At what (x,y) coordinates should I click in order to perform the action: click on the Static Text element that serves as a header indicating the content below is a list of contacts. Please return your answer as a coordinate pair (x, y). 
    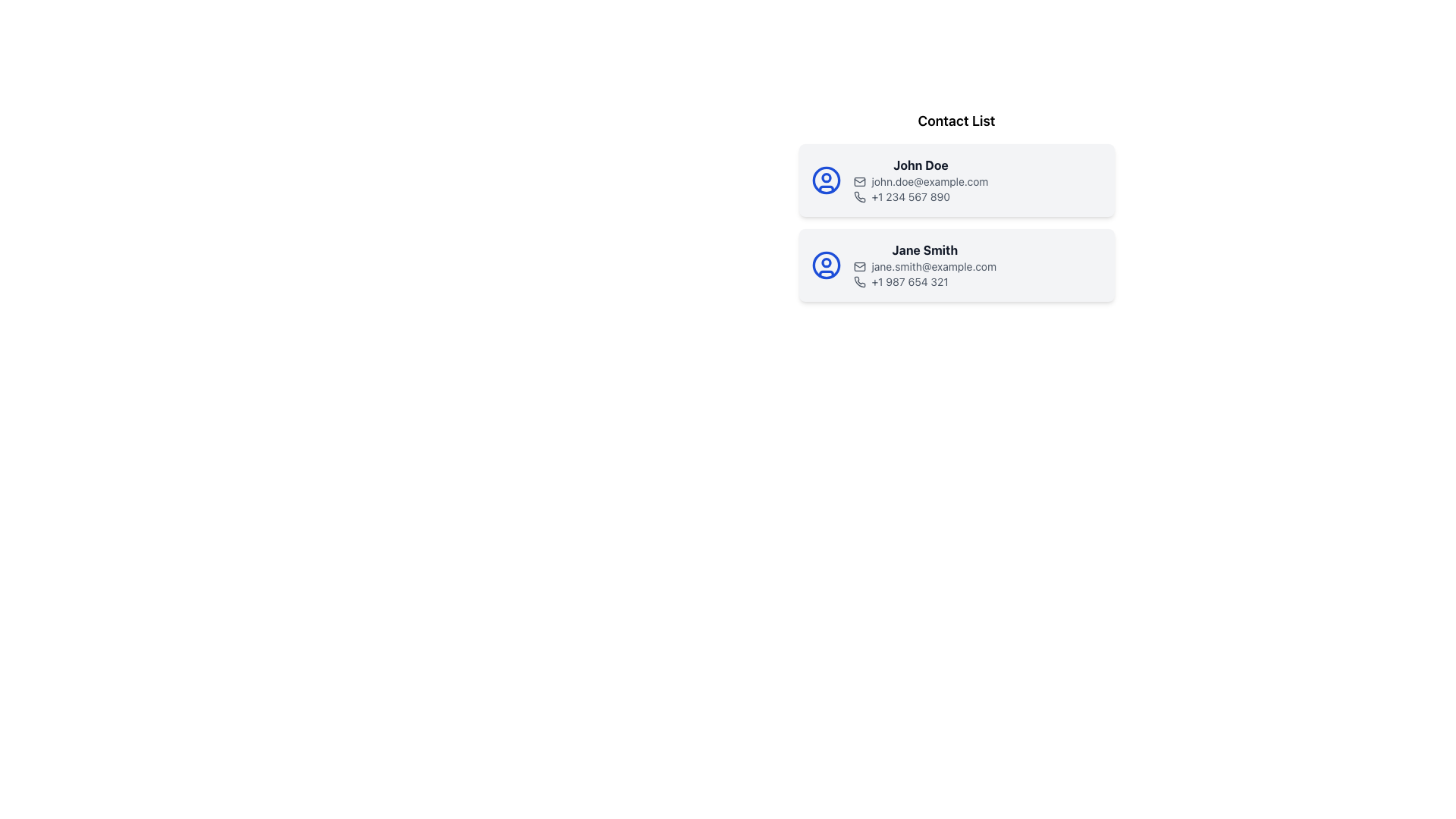
    Looking at the image, I should click on (955, 120).